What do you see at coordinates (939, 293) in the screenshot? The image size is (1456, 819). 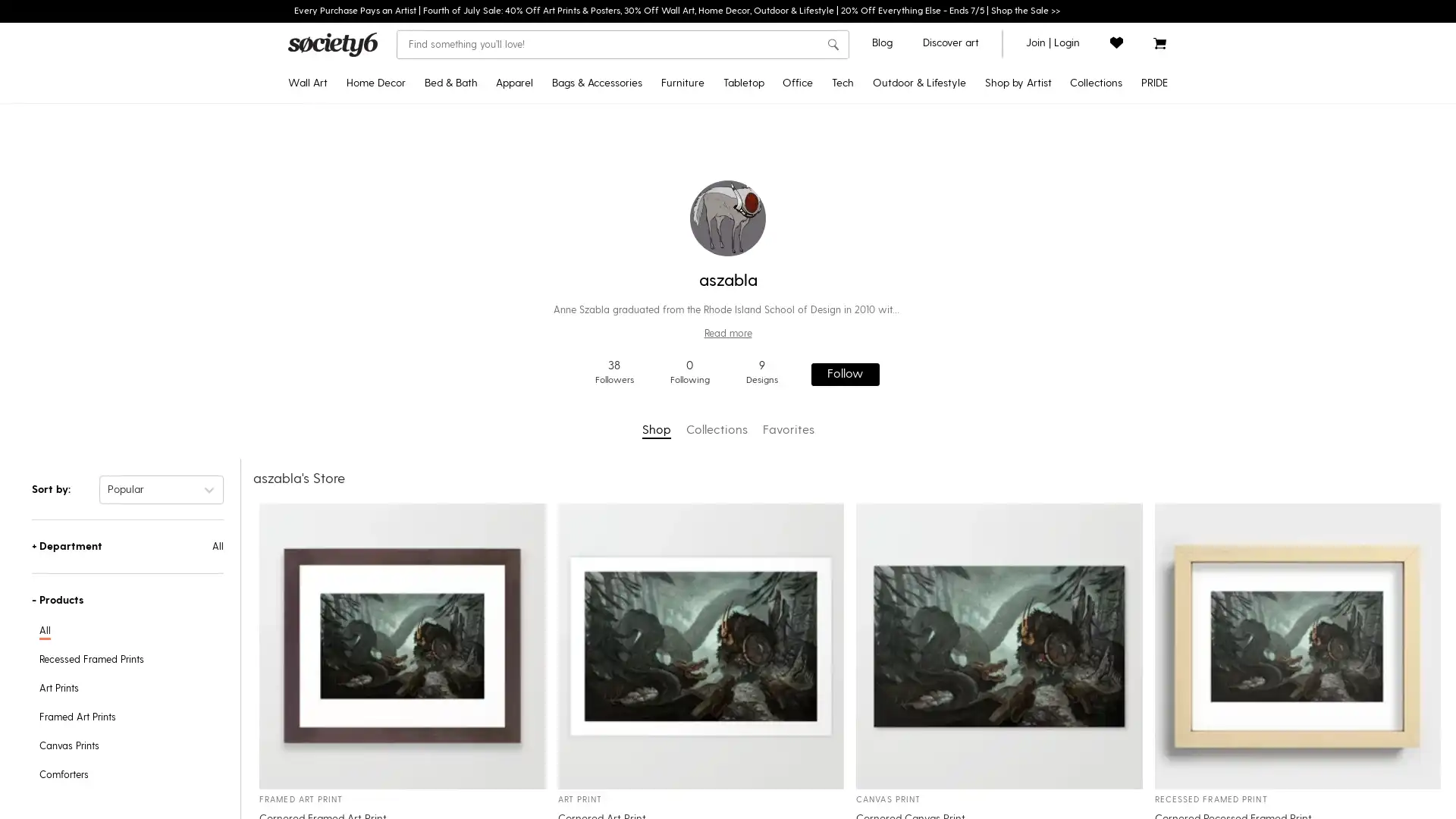 I see `Wine Chillers` at bounding box center [939, 293].